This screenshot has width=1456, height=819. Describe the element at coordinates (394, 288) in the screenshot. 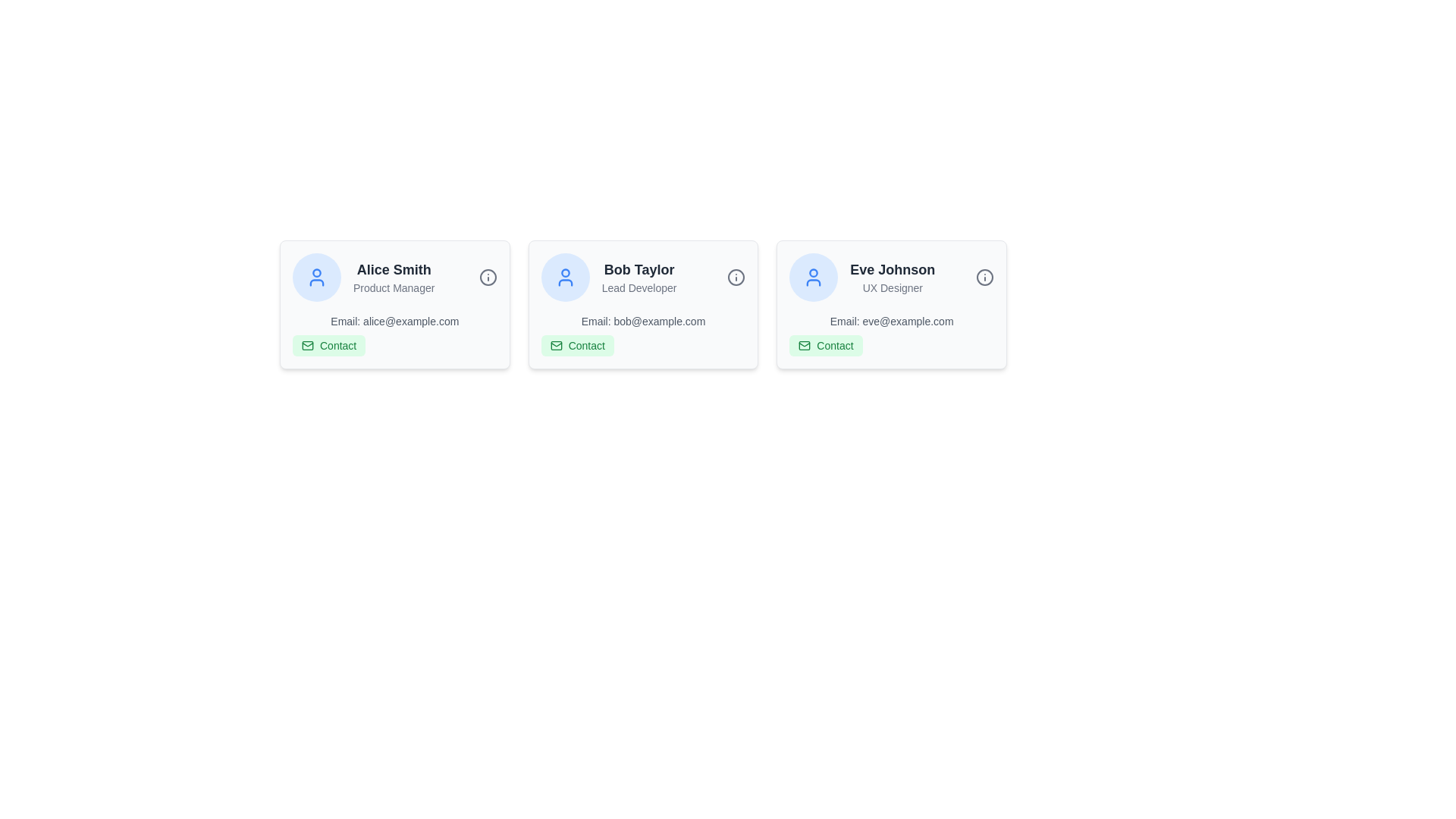

I see `the text label indicating the job title located directly below 'Alice Smith' in the leftmost profile card` at that location.